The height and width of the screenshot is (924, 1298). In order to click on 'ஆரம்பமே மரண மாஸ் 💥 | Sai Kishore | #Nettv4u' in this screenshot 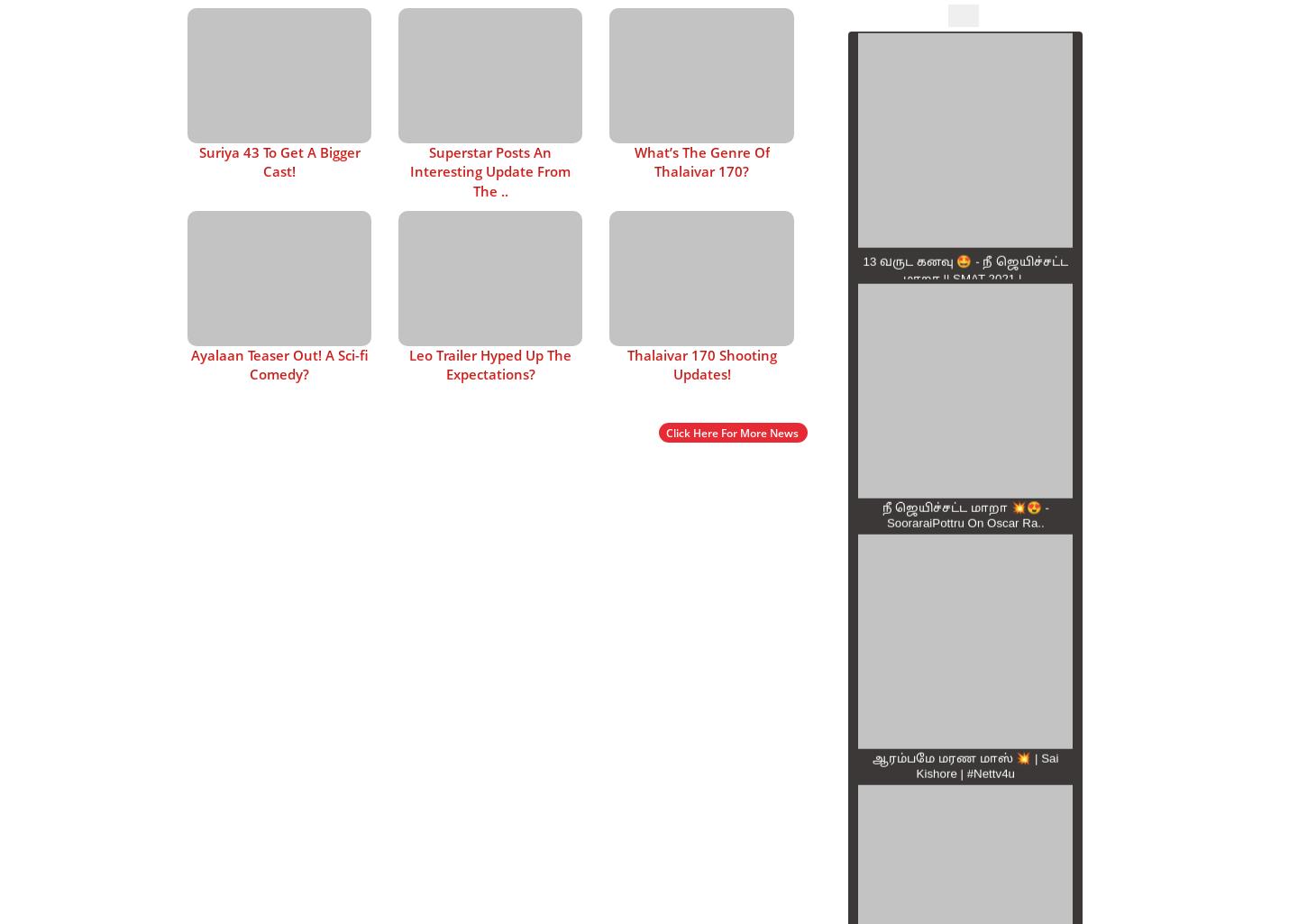, I will do `click(965, 764)`.